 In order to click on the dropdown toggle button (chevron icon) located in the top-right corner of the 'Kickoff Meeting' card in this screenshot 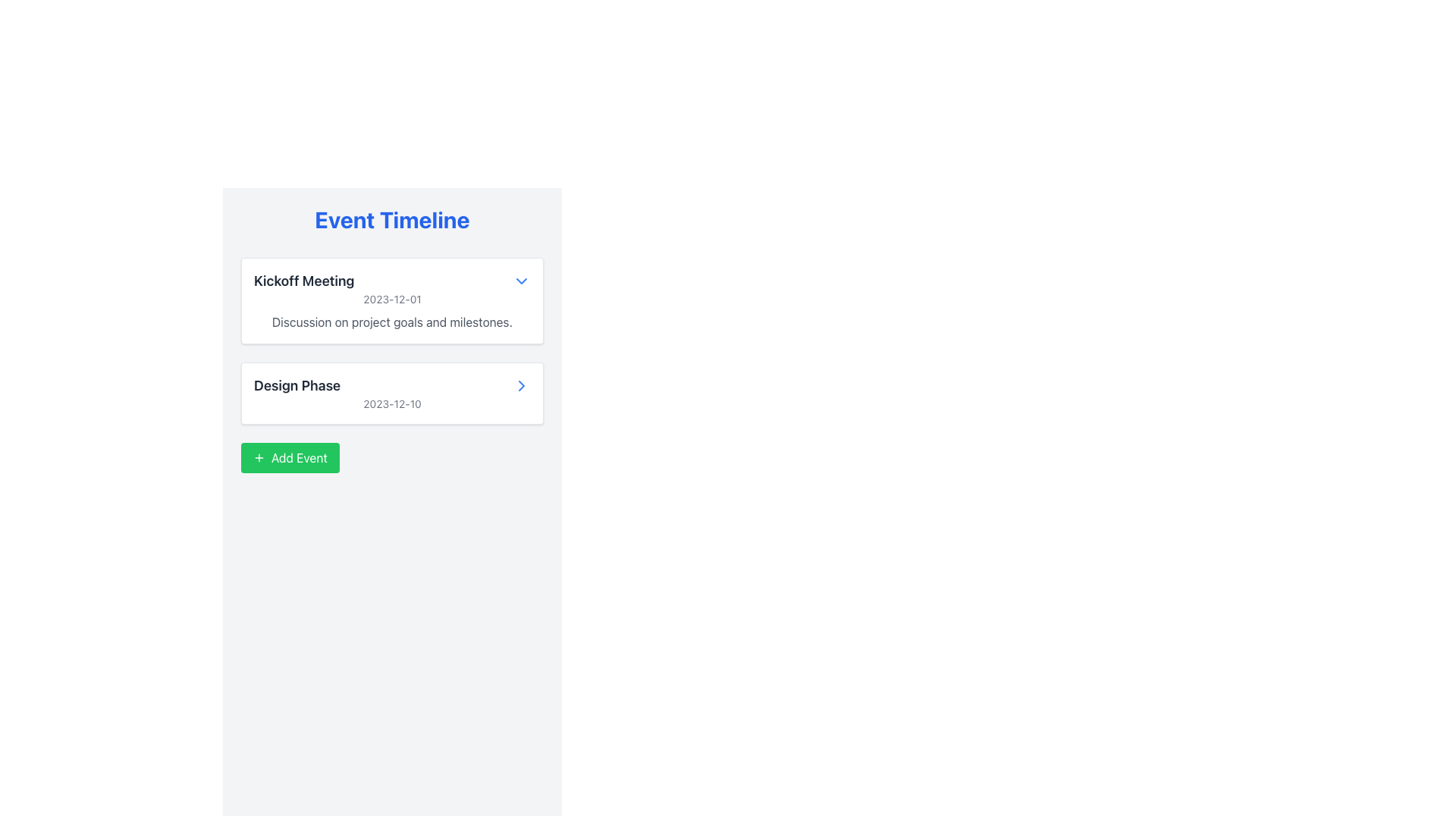, I will do `click(521, 281)`.